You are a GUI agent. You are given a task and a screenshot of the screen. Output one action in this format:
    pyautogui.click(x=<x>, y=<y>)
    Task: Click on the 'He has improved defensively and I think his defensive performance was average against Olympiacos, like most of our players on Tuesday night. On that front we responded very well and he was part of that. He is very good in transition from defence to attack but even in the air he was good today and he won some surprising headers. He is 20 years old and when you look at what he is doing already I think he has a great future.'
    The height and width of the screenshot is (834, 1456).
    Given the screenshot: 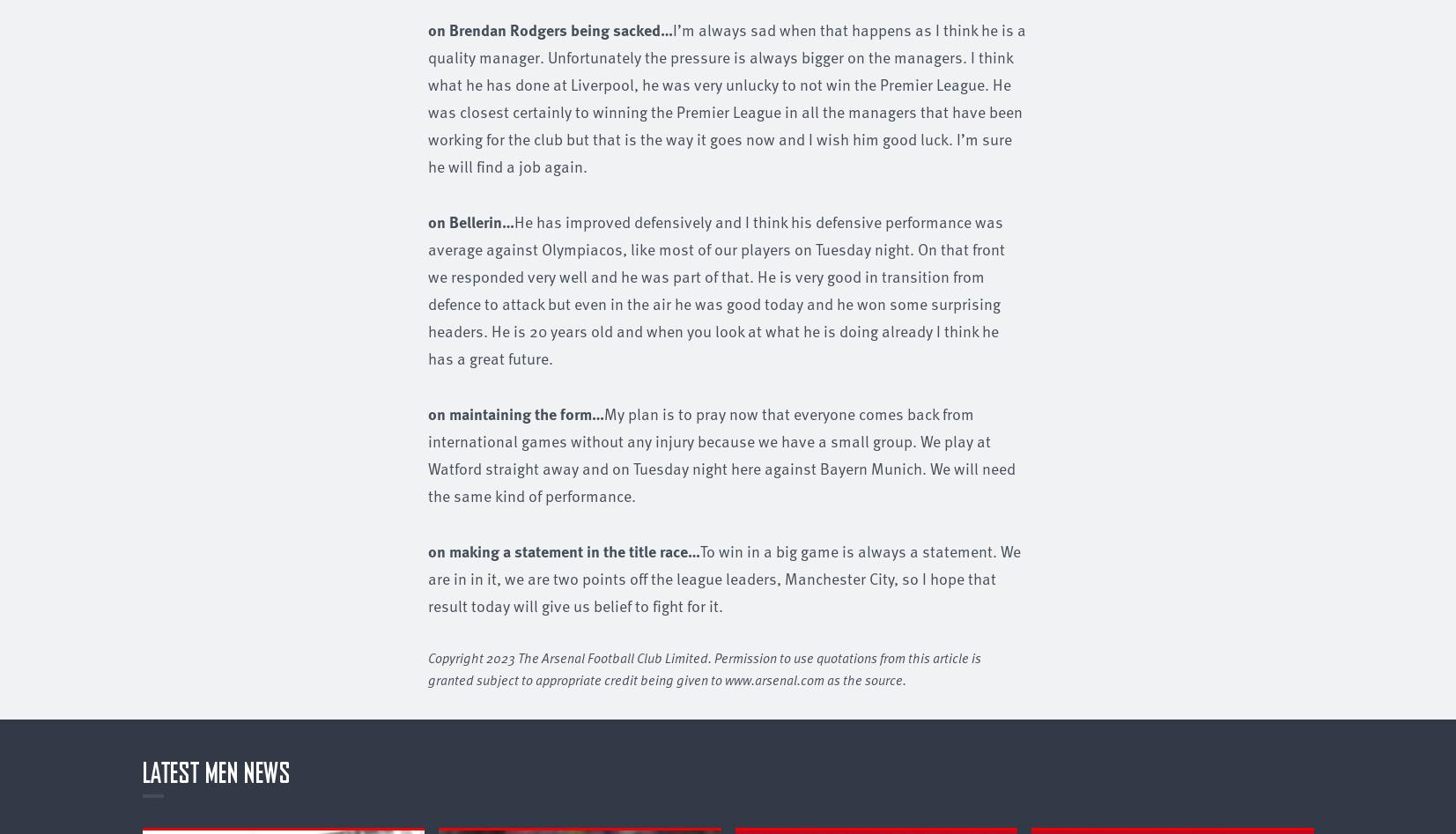 What is the action you would take?
    pyautogui.click(x=426, y=288)
    